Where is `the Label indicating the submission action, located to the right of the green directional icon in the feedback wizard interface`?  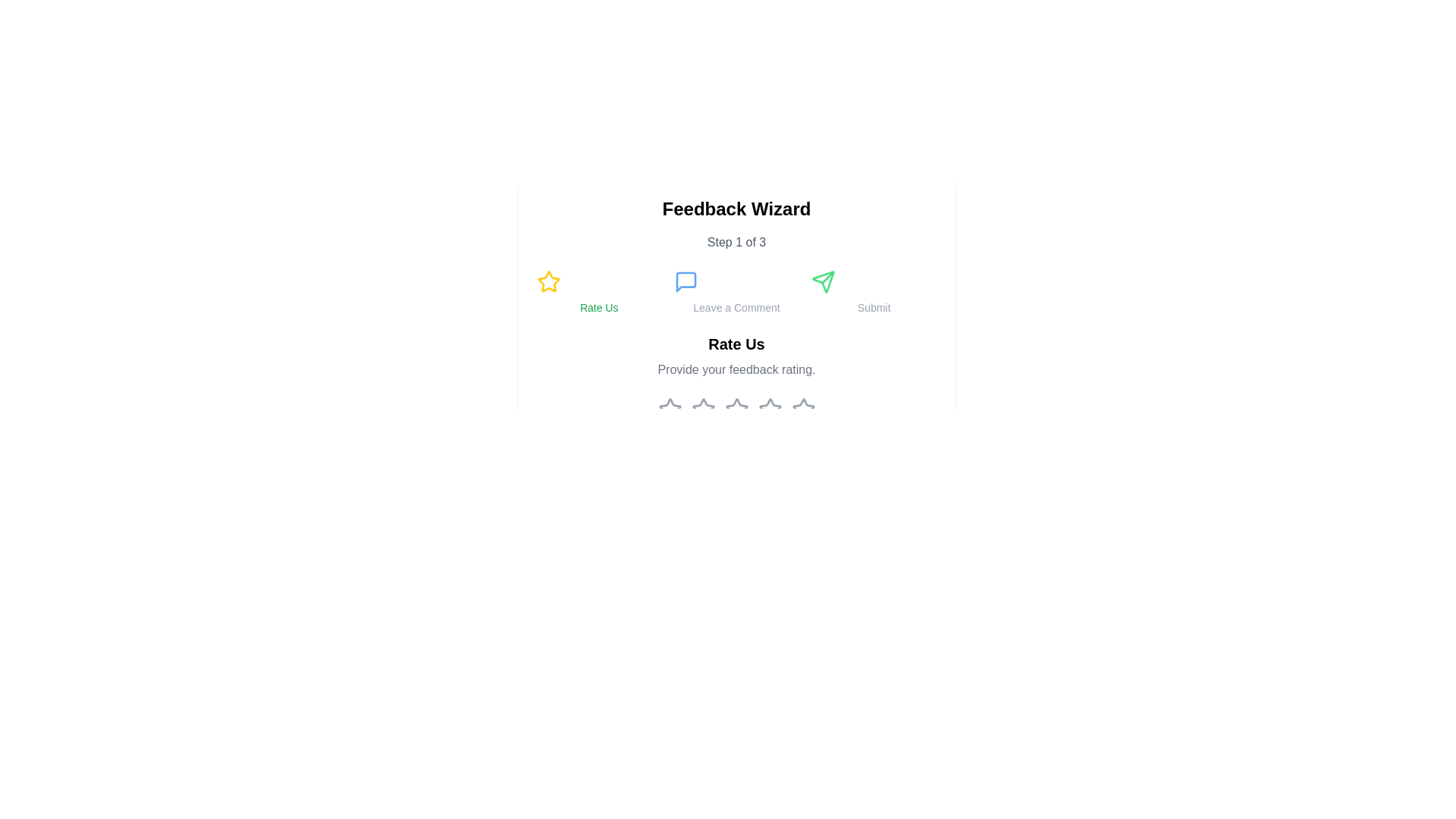
the Label indicating the submission action, located to the right of the green directional icon in the feedback wizard interface is located at coordinates (874, 307).